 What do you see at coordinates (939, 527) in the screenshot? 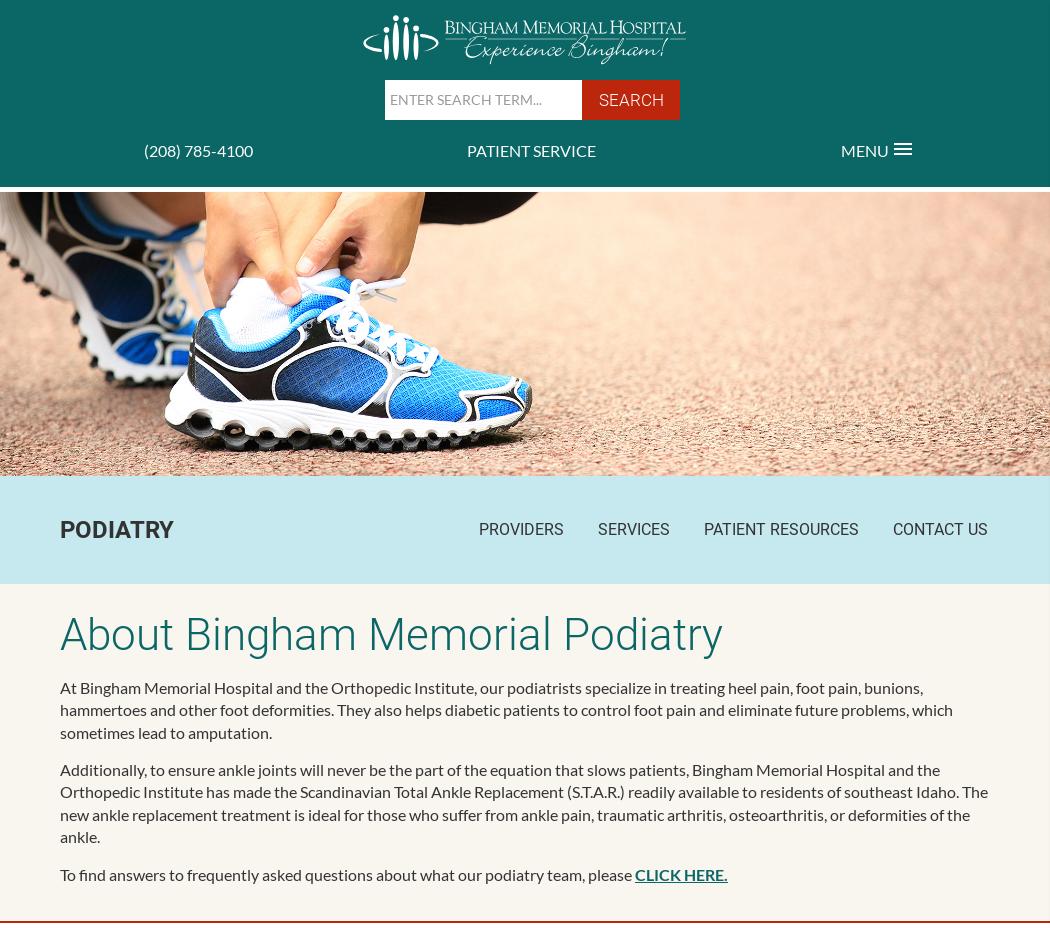
I see `'Contact Us'` at bounding box center [939, 527].